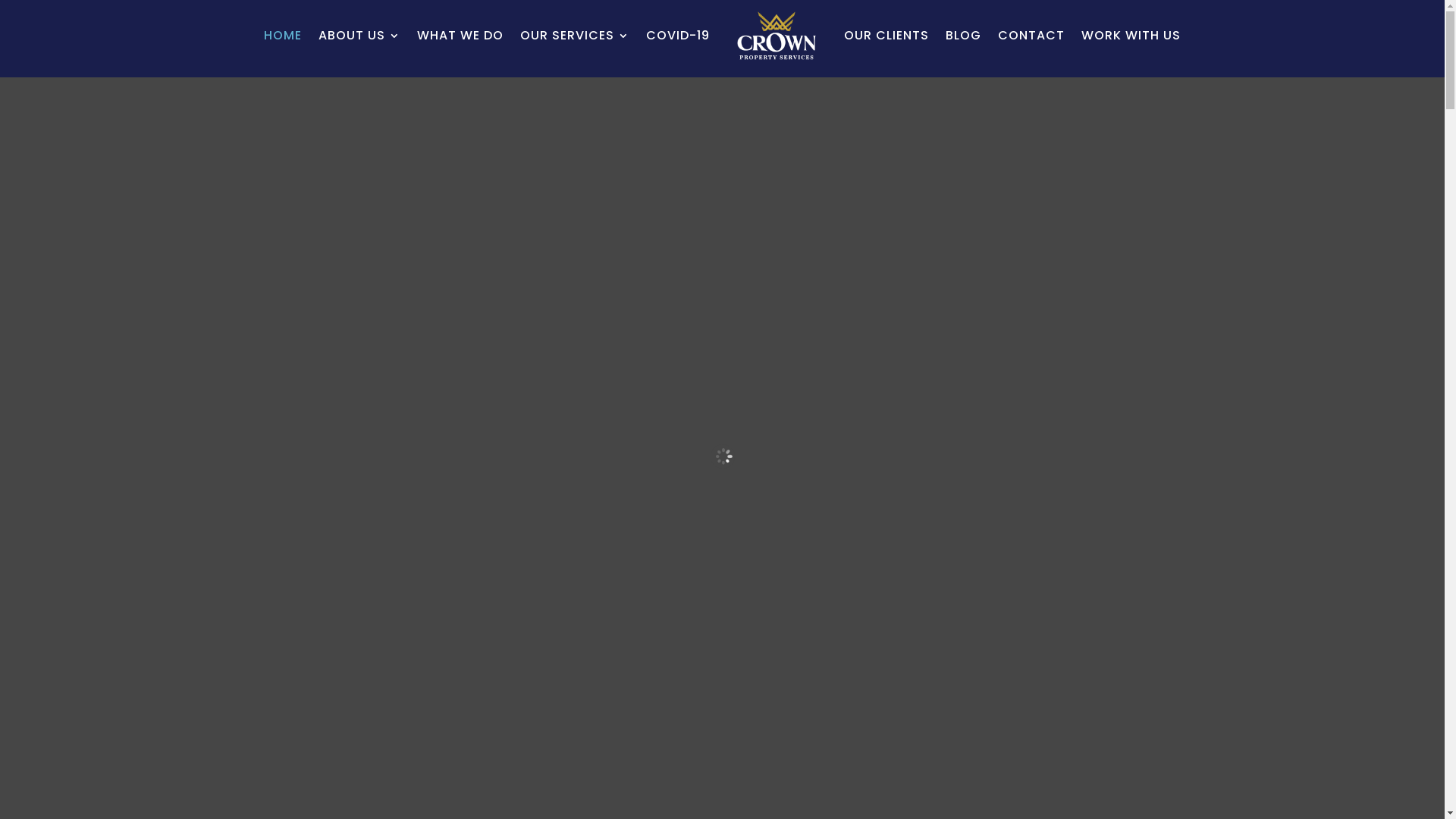  Describe the element at coordinates (459, 34) in the screenshot. I see `'WHAT WE DO'` at that location.